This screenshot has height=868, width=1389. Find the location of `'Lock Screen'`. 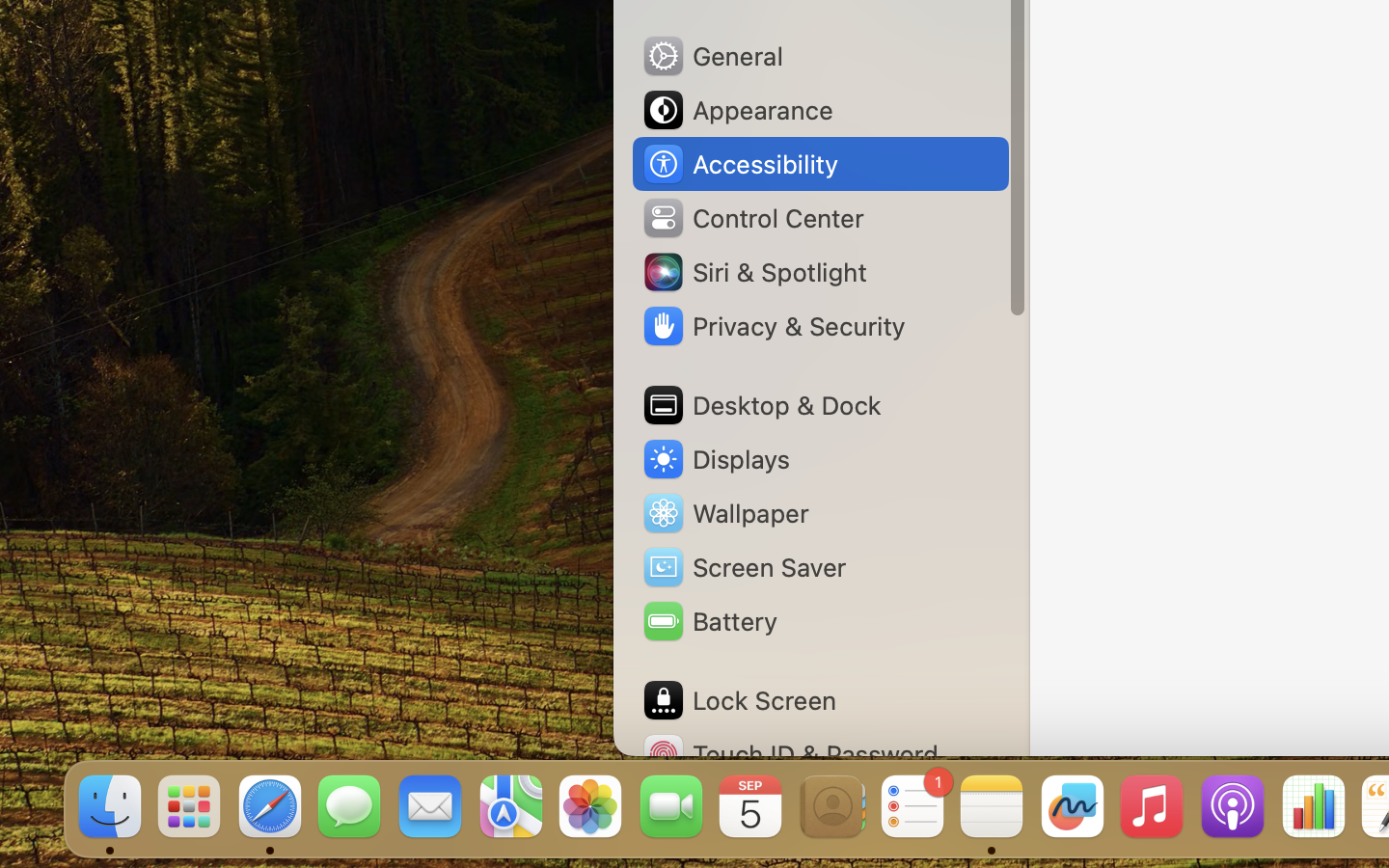

'Lock Screen' is located at coordinates (737, 699).